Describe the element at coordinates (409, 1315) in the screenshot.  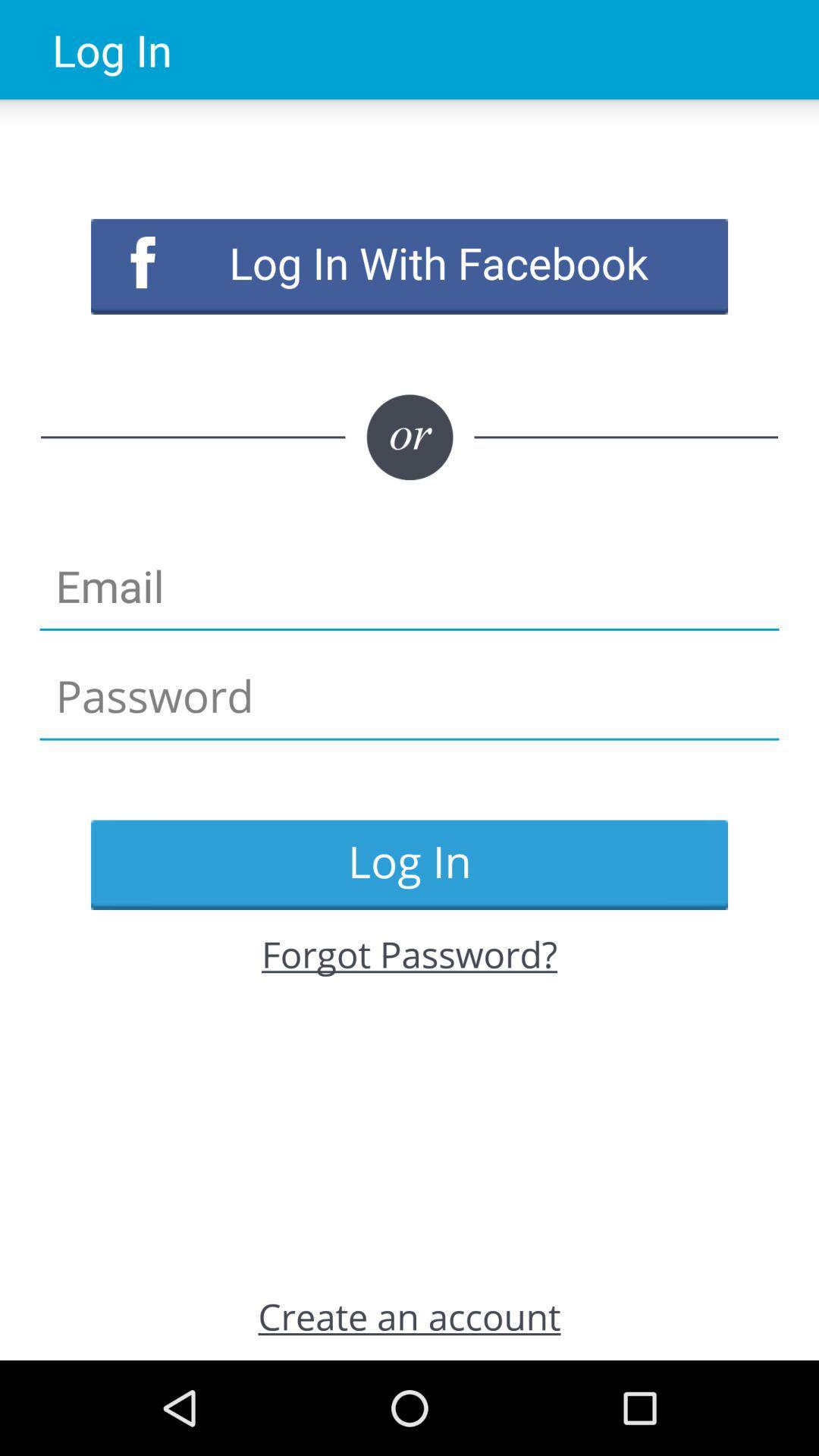
I see `item below forgot password?` at that location.